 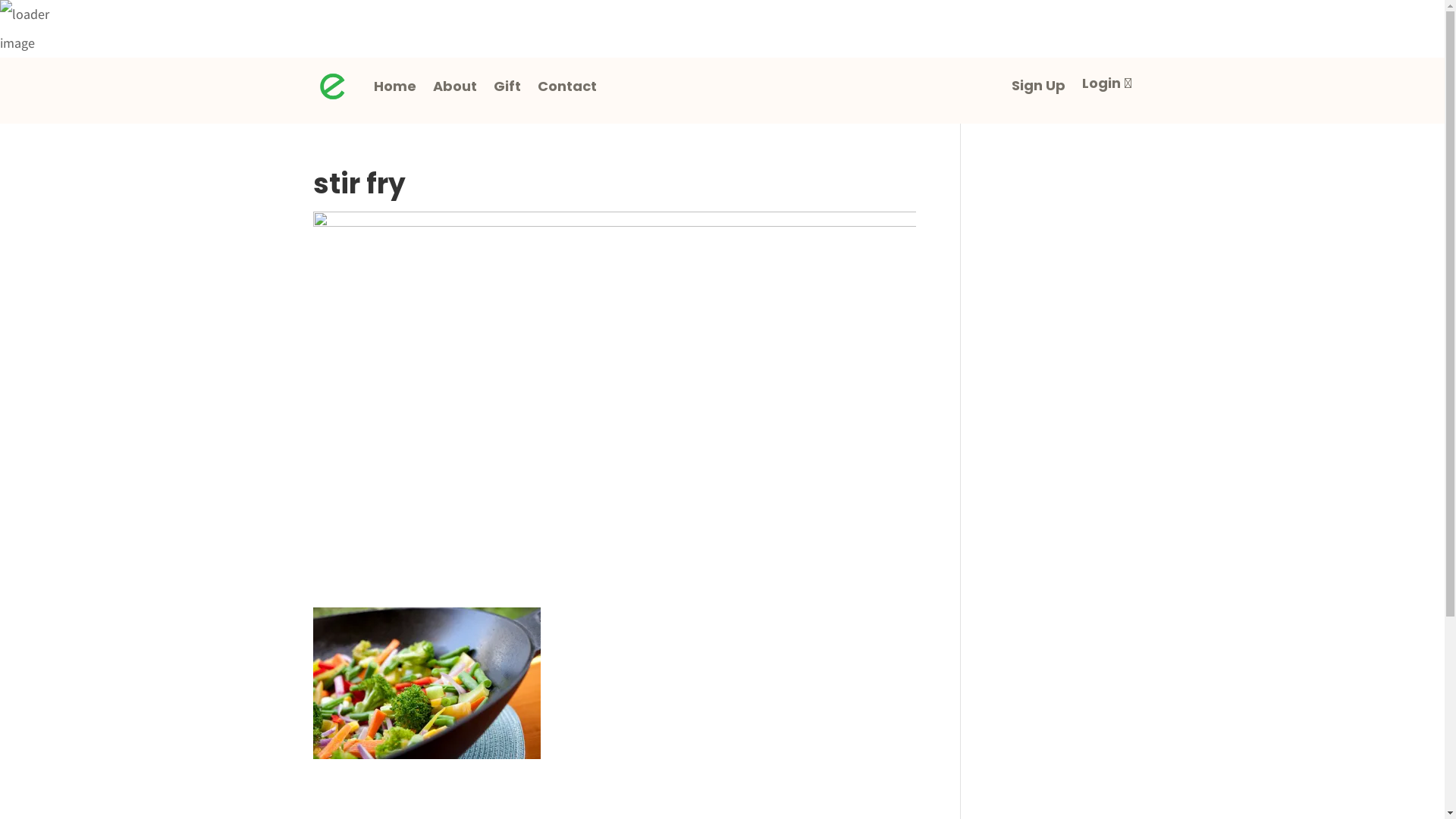 I want to click on 'Login', so click(x=1081, y=86).